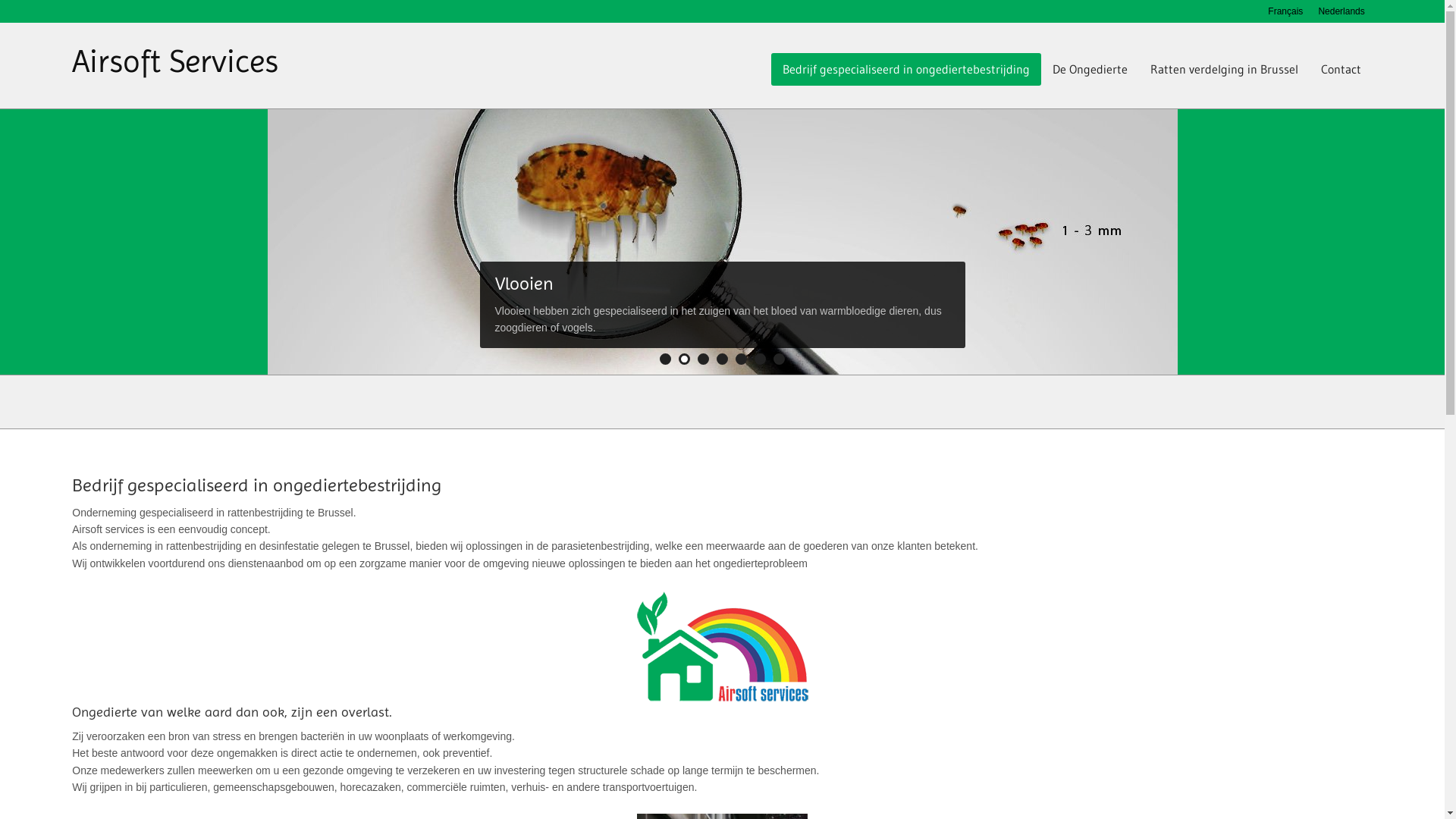 This screenshot has height=819, width=1456. What do you see at coordinates (665, 359) in the screenshot?
I see `'1'` at bounding box center [665, 359].